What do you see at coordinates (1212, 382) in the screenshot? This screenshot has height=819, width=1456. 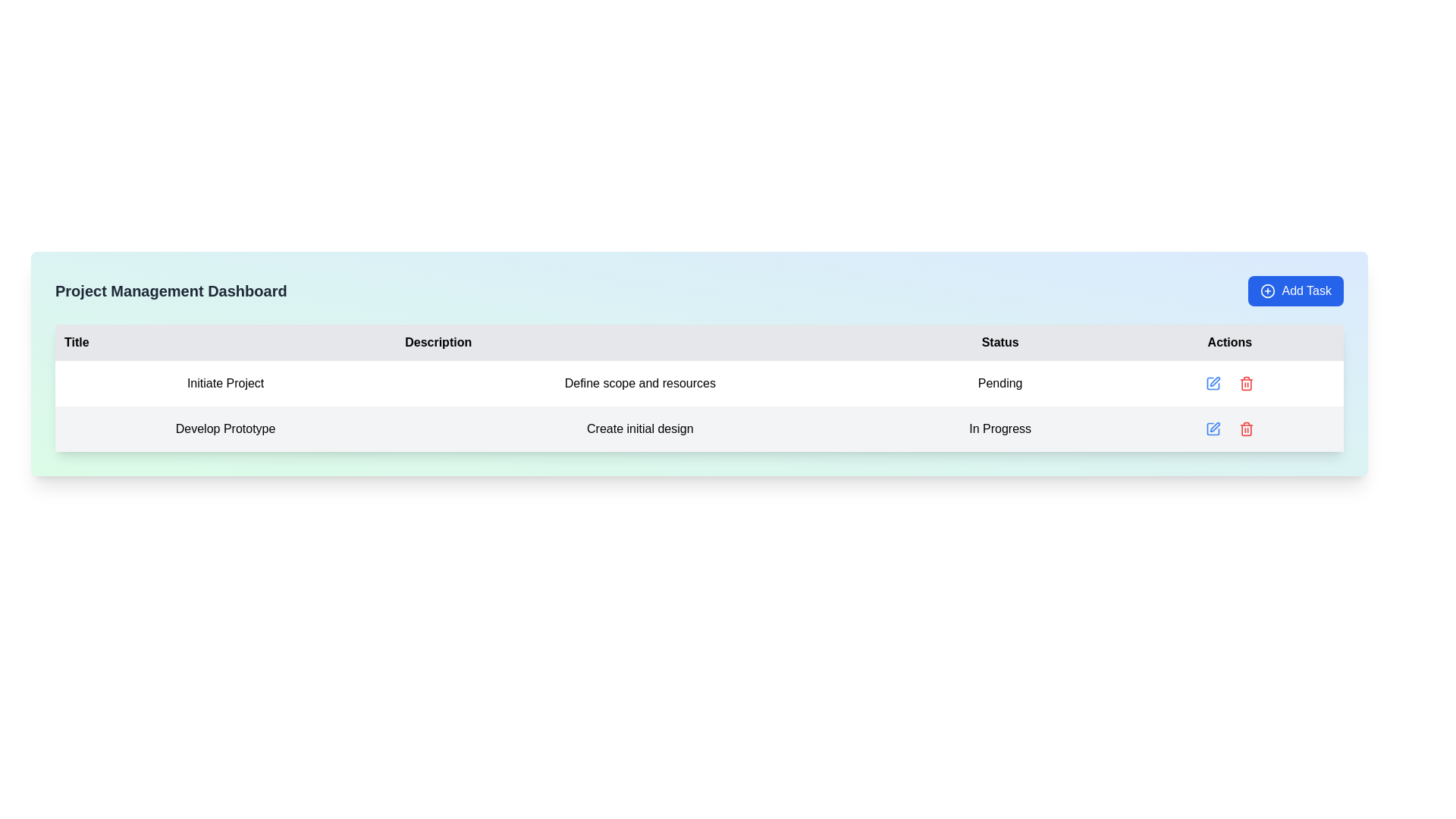 I see `the 'Edit' button located in the 'Actions' column of the first row of the table, next to the 'Pending' status` at bounding box center [1212, 382].